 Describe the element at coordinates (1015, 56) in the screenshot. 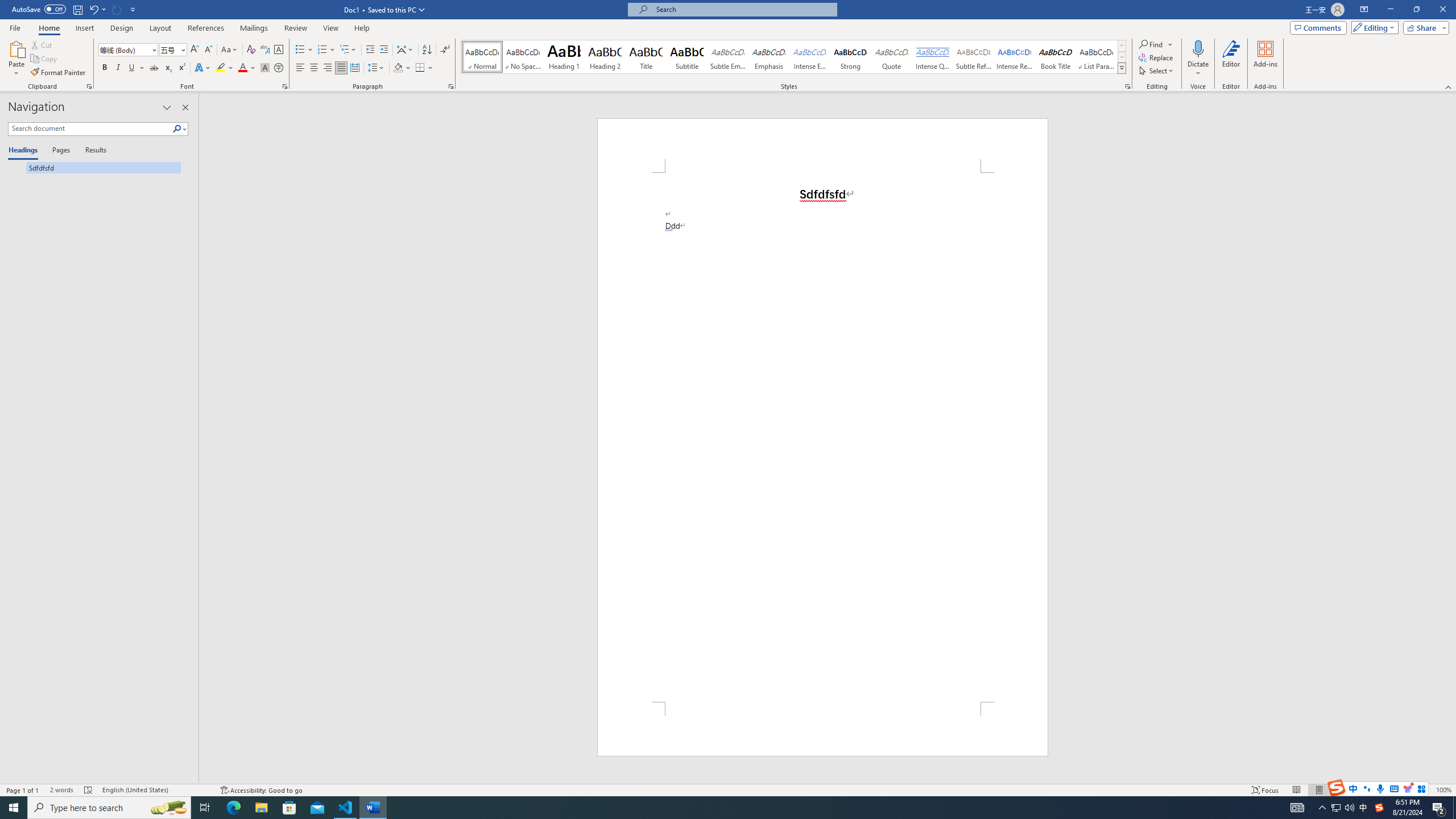

I see `'Intense Reference'` at that location.